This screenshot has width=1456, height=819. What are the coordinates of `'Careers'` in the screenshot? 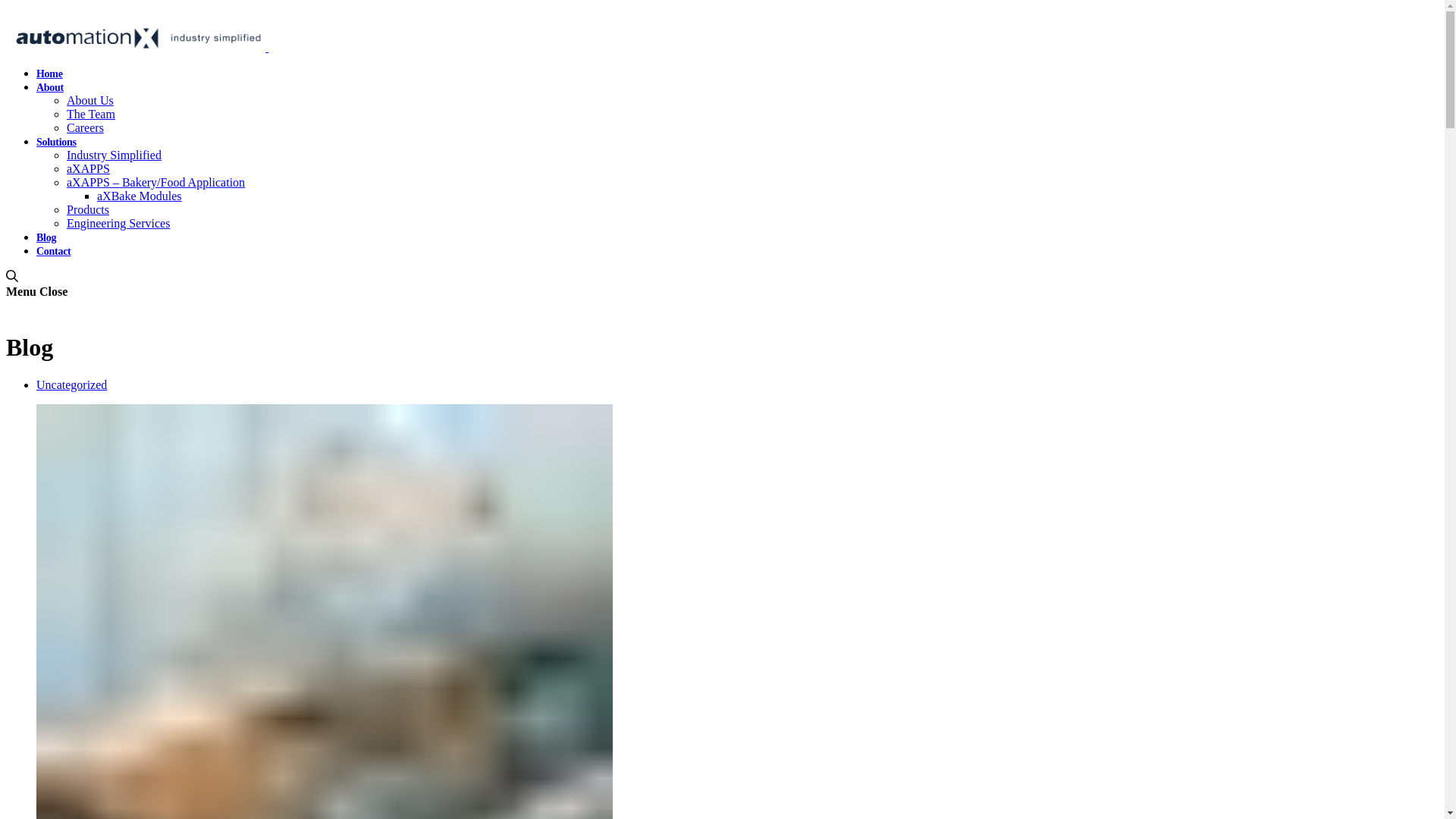 It's located at (65, 127).